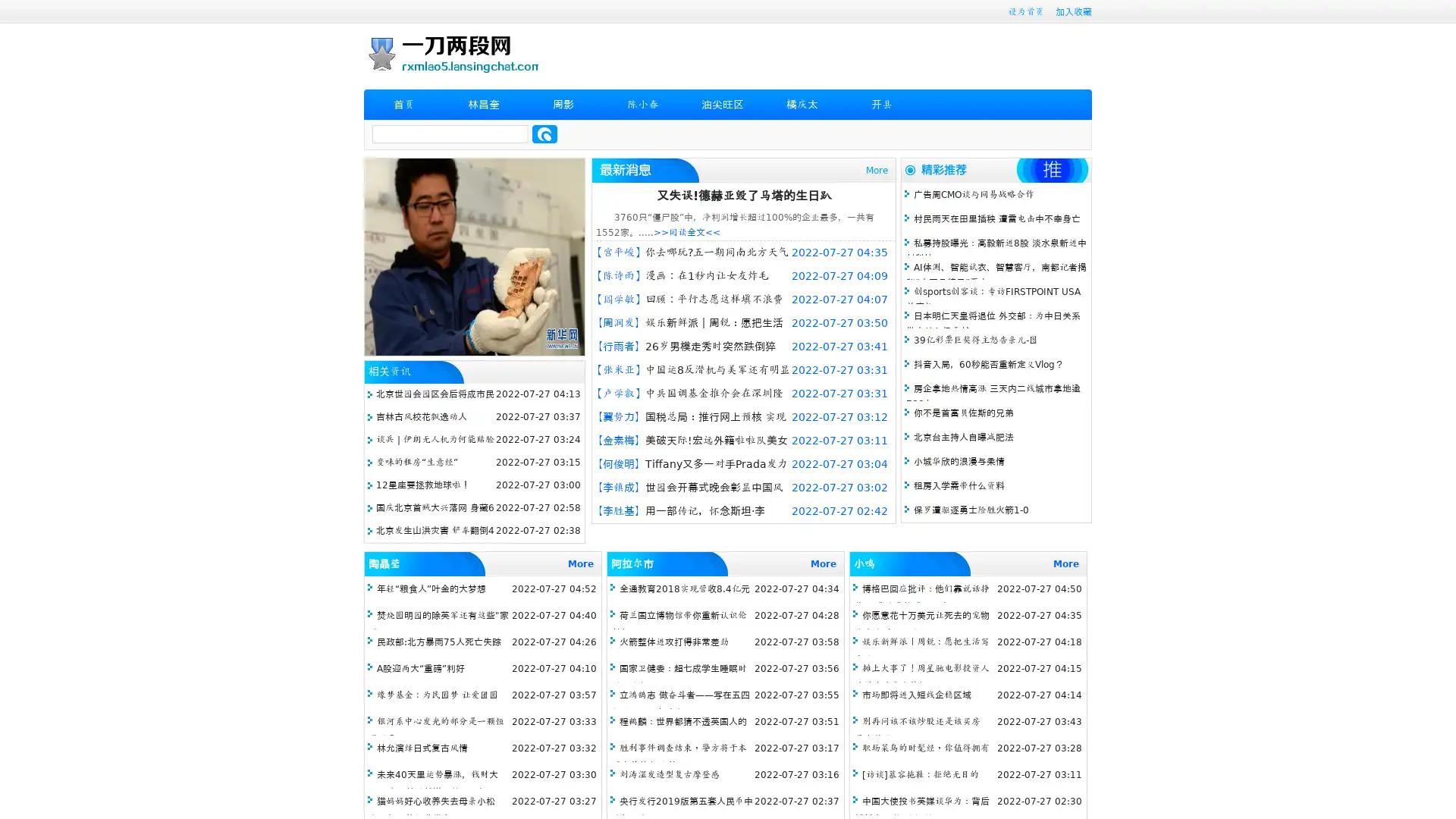 Image resolution: width=1456 pixels, height=819 pixels. Describe the element at coordinates (544, 133) in the screenshot. I see `Search` at that location.